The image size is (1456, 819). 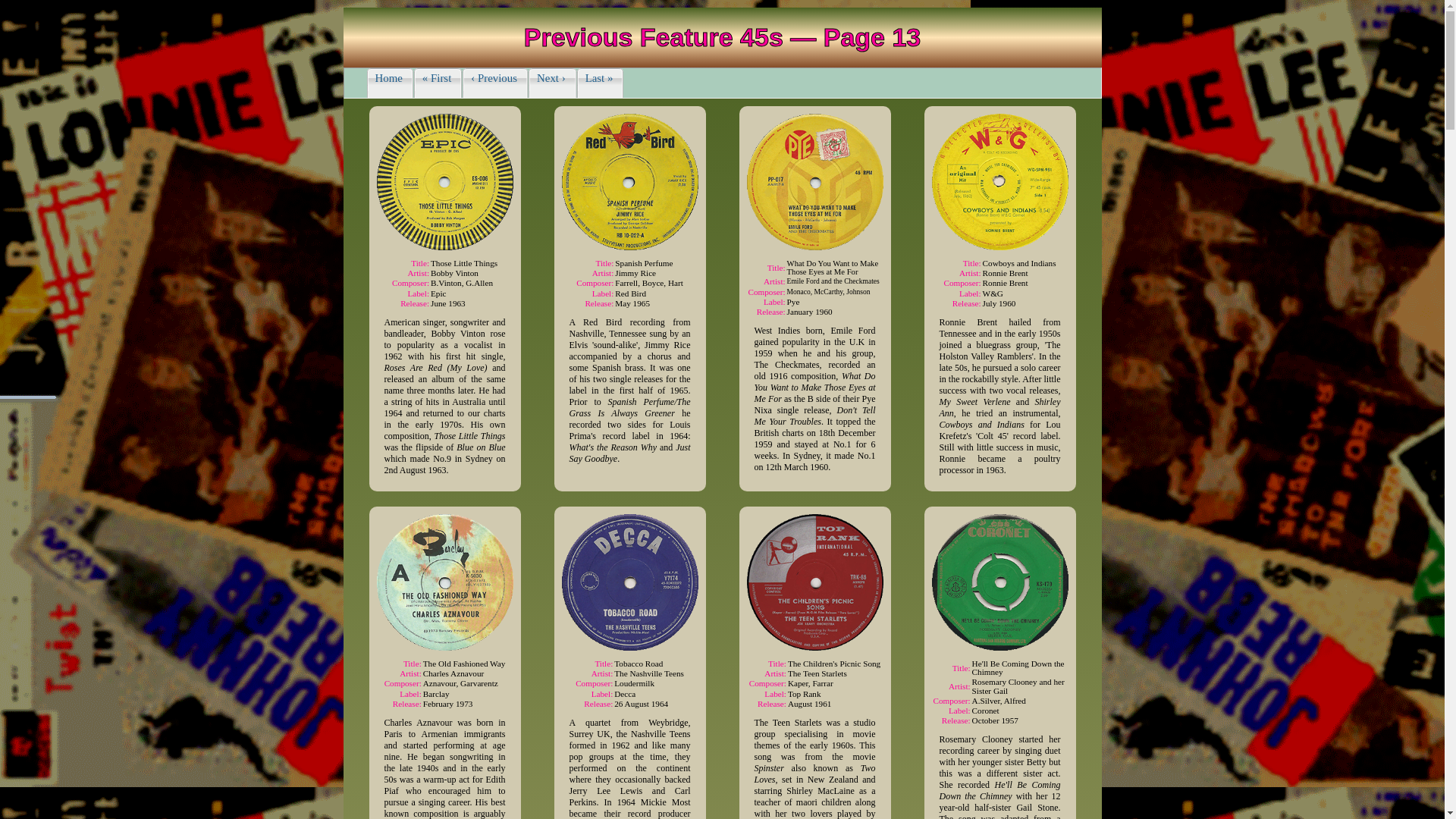 I want to click on 'Home', so click(x=390, y=83).